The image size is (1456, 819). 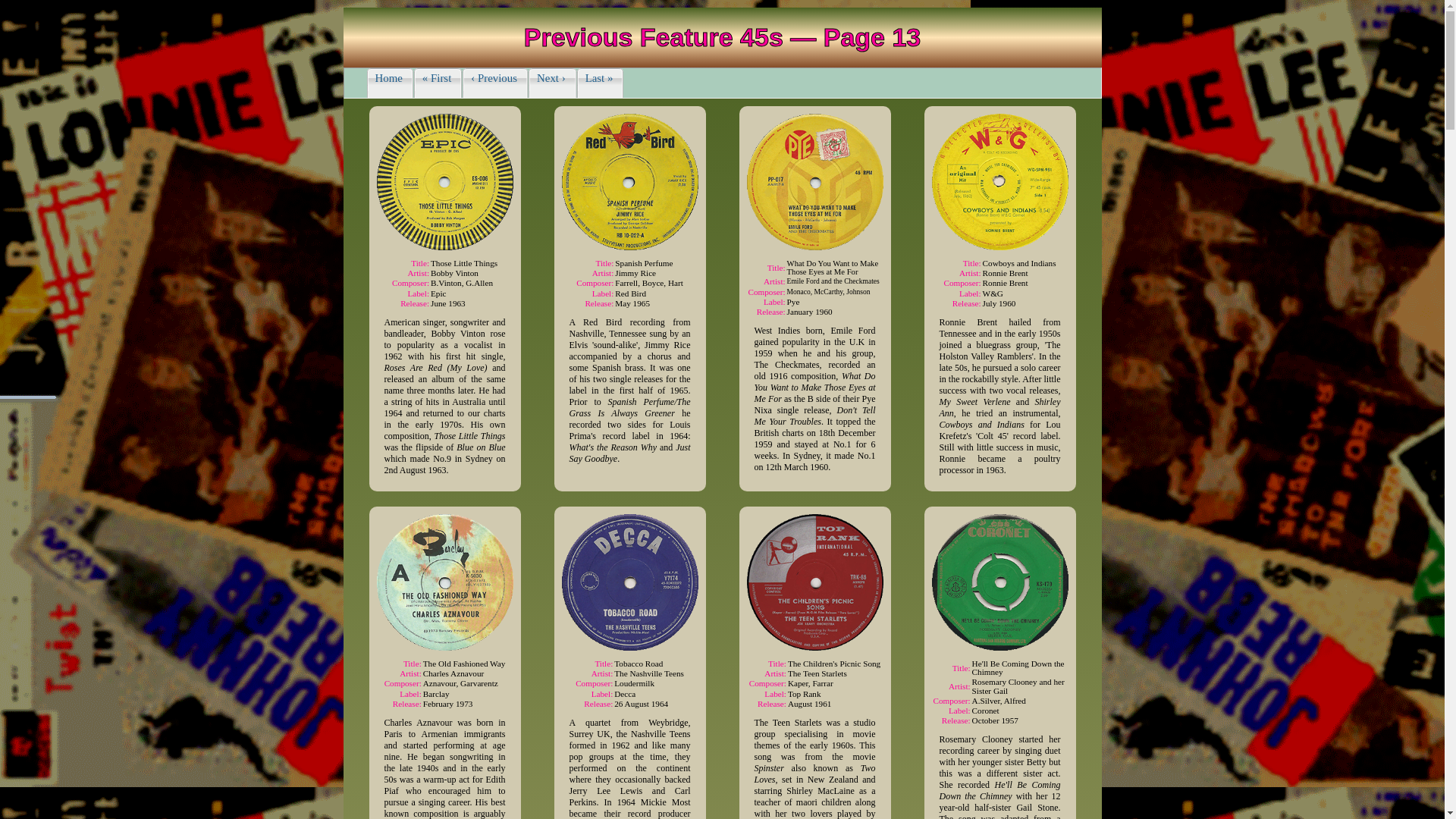 I want to click on 'Home', so click(x=390, y=83).